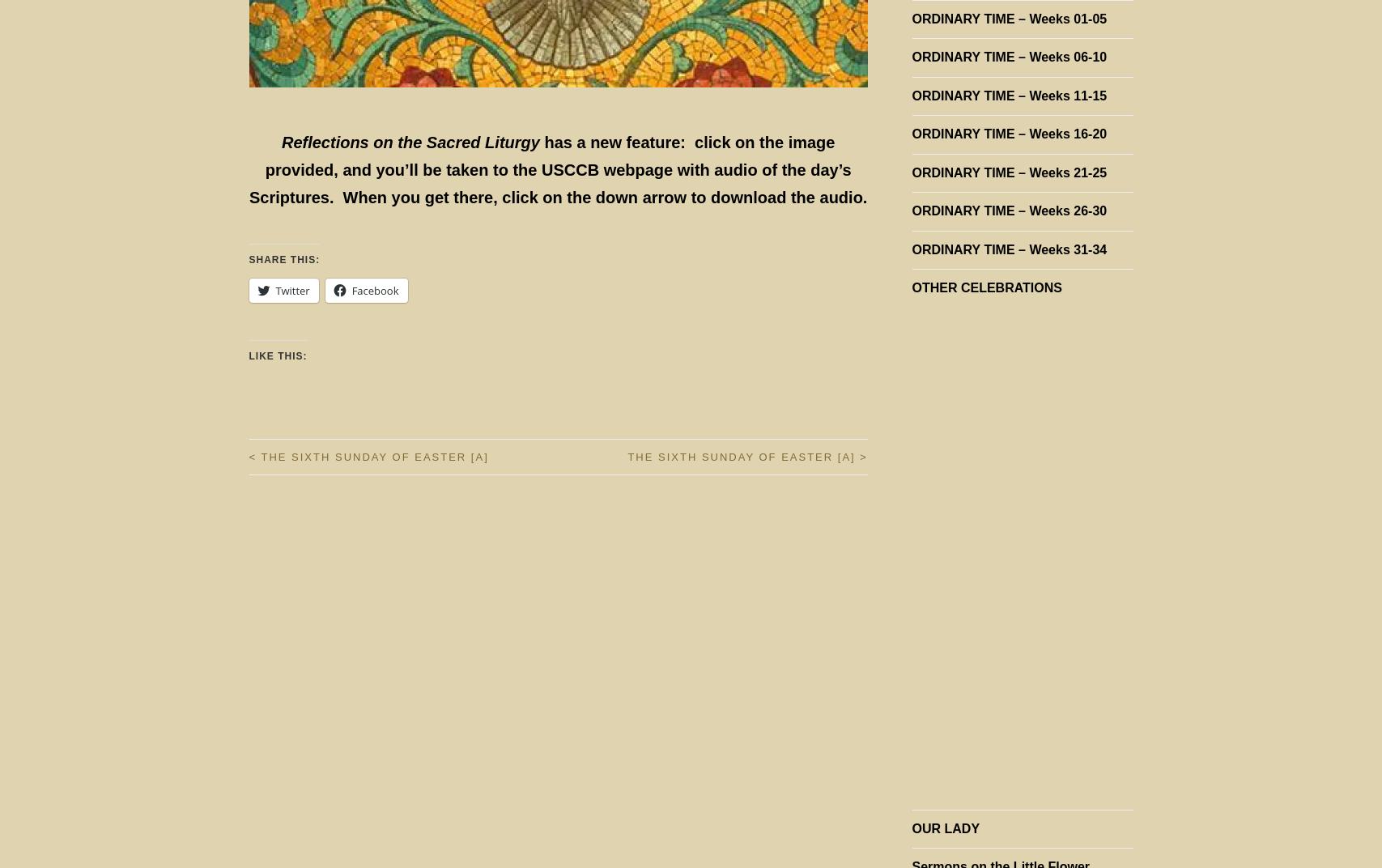  Describe the element at coordinates (910, 828) in the screenshot. I see `'OUR LADY'` at that location.